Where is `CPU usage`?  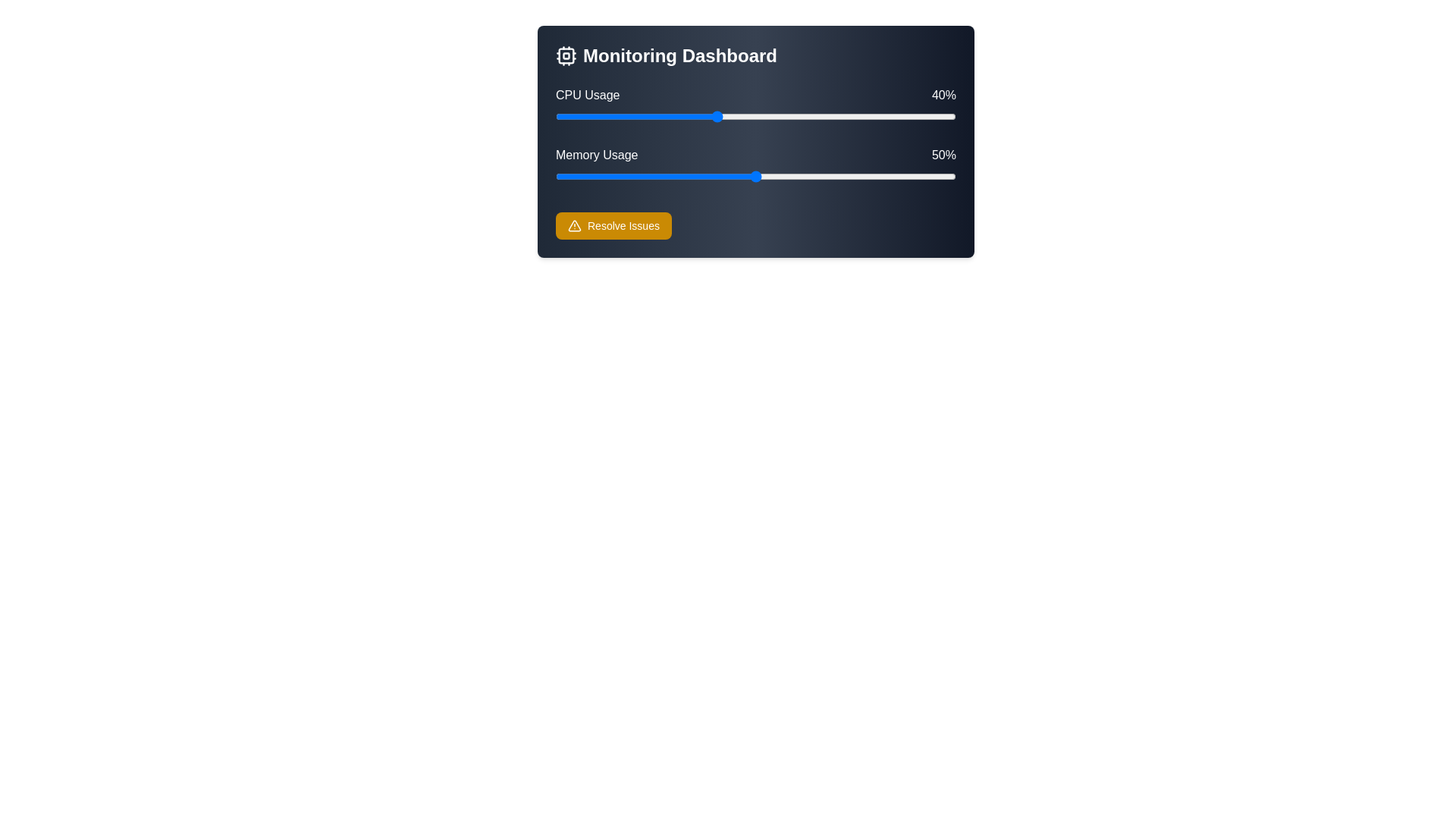
CPU usage is located at coordinates (703, 116).